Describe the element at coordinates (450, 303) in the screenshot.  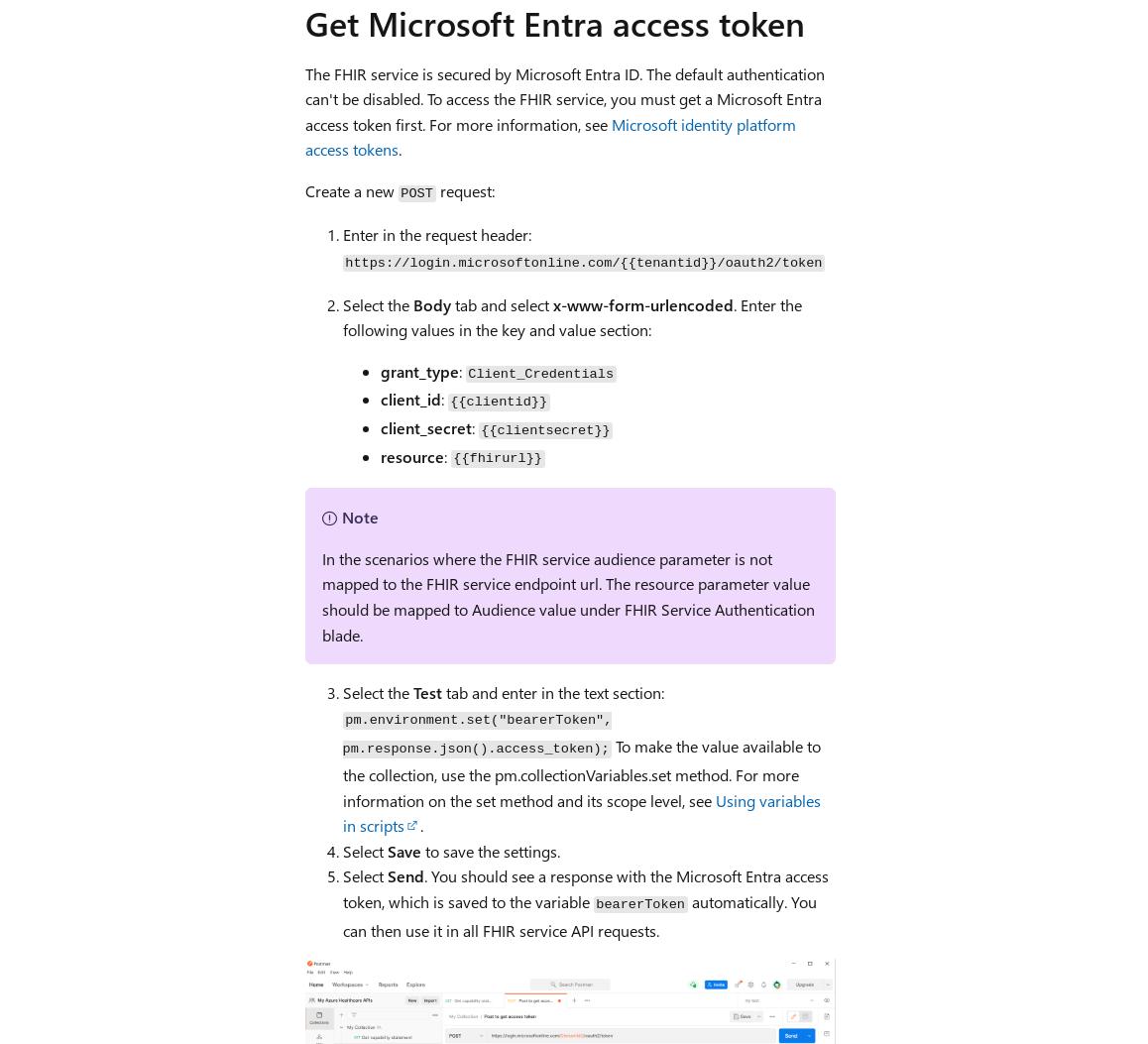
I see `'tab and select'` at that location.